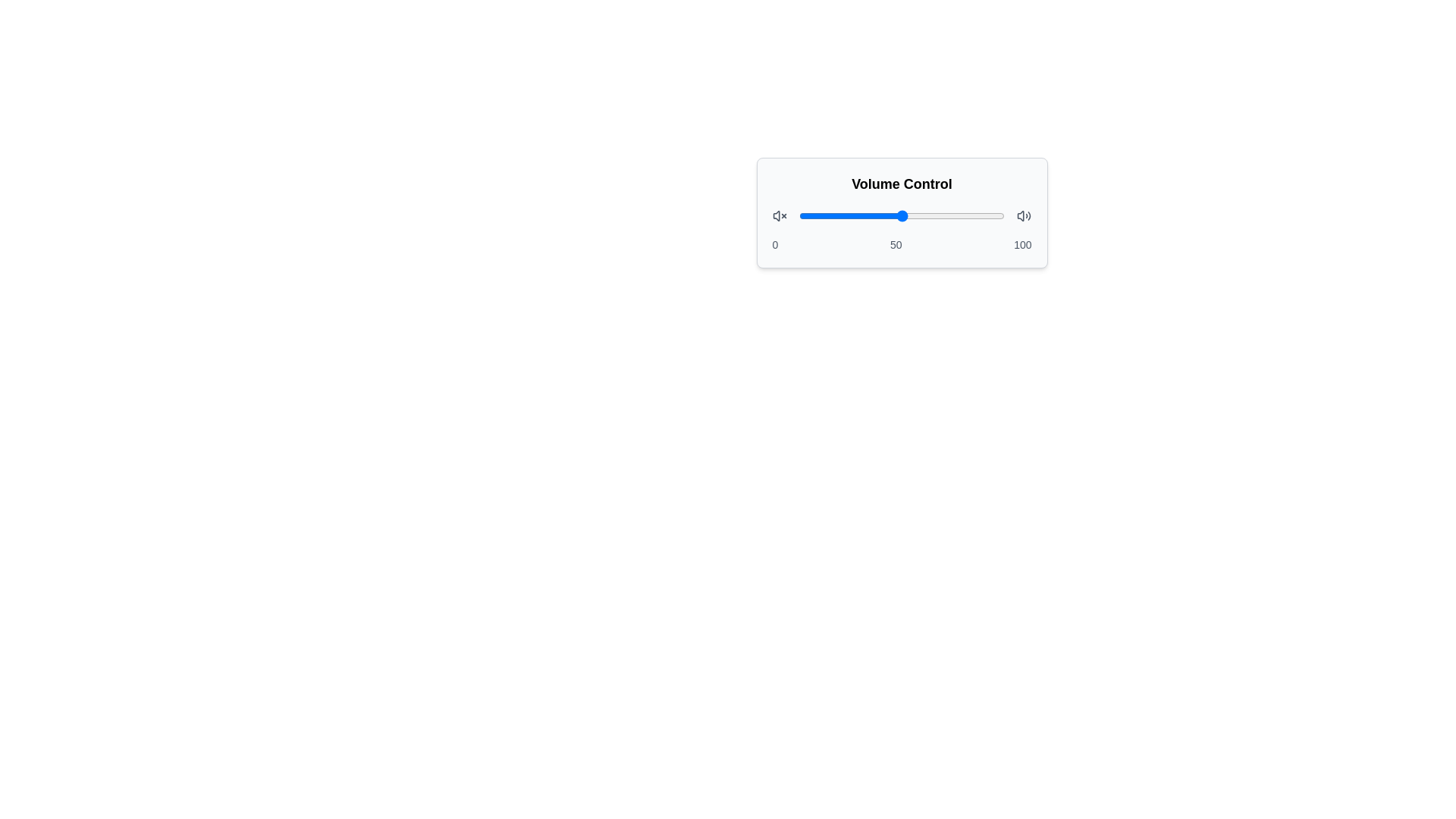 The width and height of the screenshot is (1456, 819). I want to click on the slider to set the volume to 86, so click(976, 216).